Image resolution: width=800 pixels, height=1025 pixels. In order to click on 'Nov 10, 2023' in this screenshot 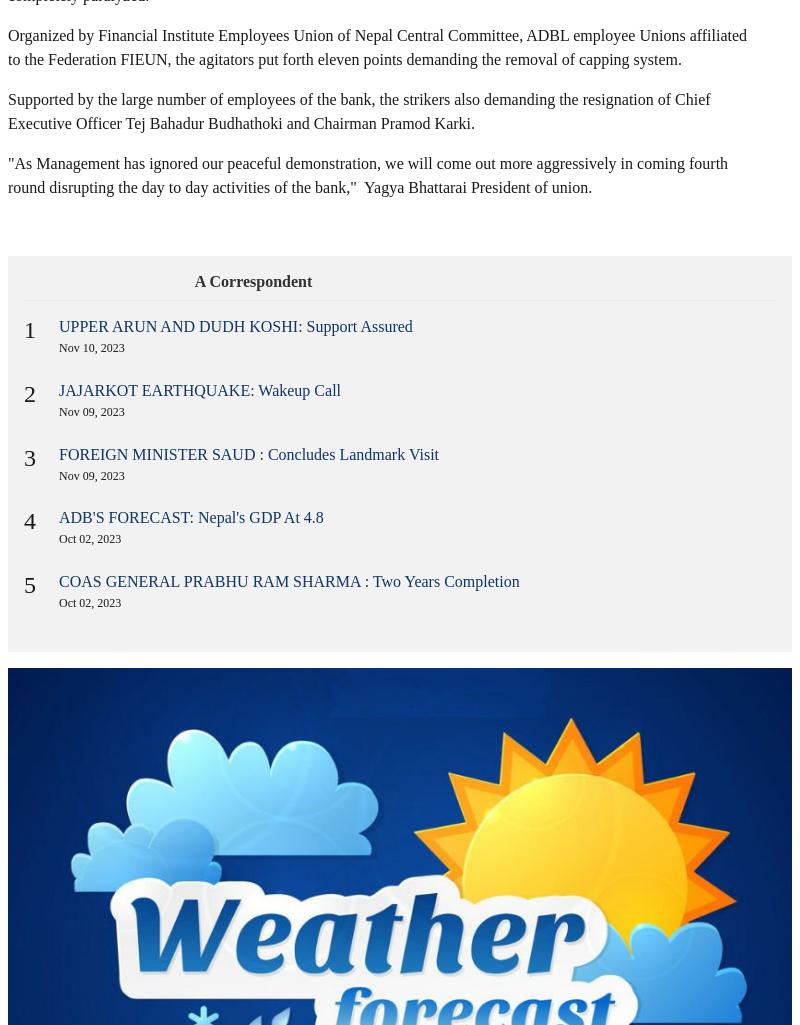, I will do `click(57, 346)`.